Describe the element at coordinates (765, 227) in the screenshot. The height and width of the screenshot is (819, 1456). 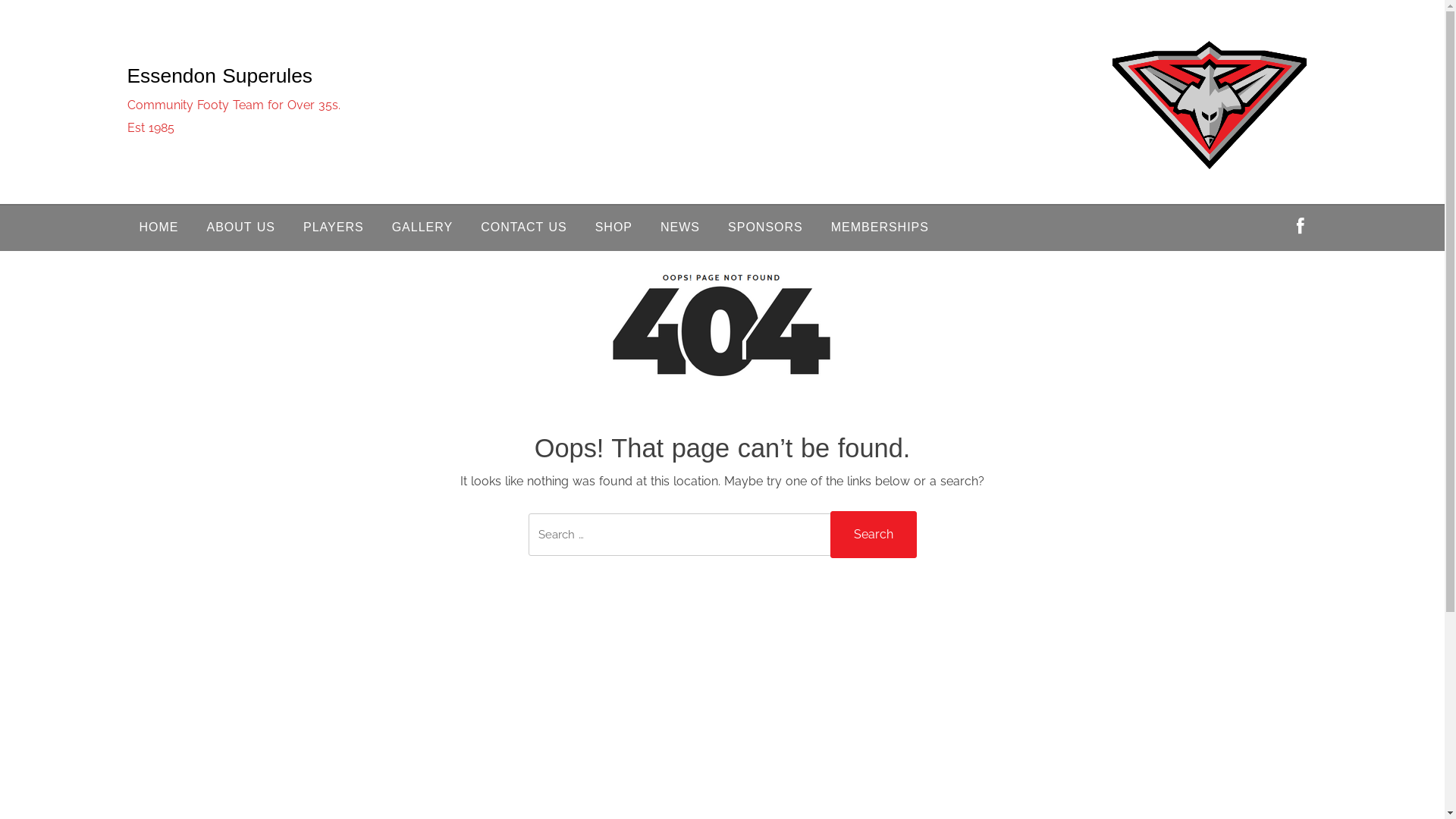
I see `'SPONSORS'` at that location.